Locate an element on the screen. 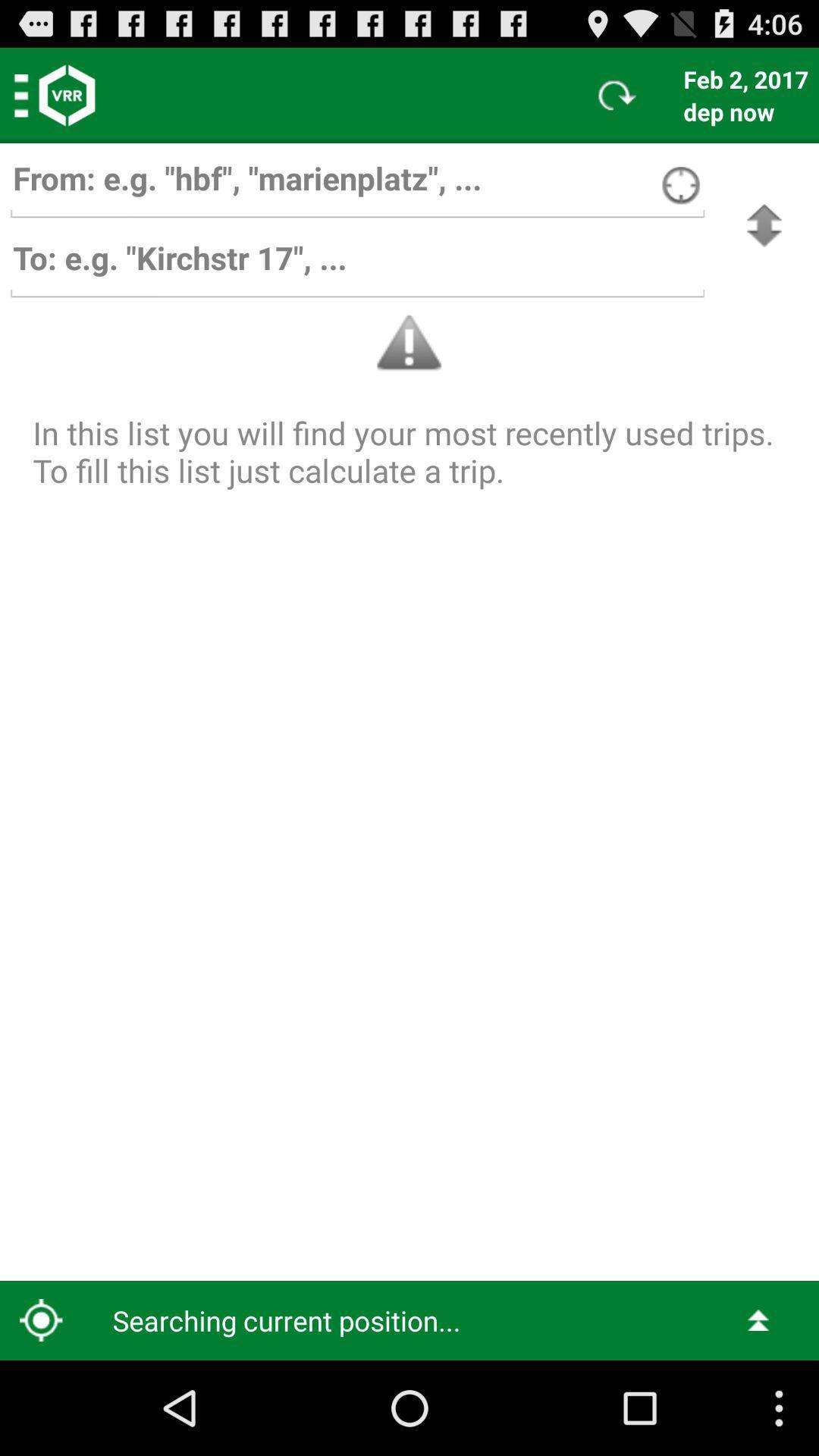 The image size is (819, 1456). to address is located at coordinates (357, 265).